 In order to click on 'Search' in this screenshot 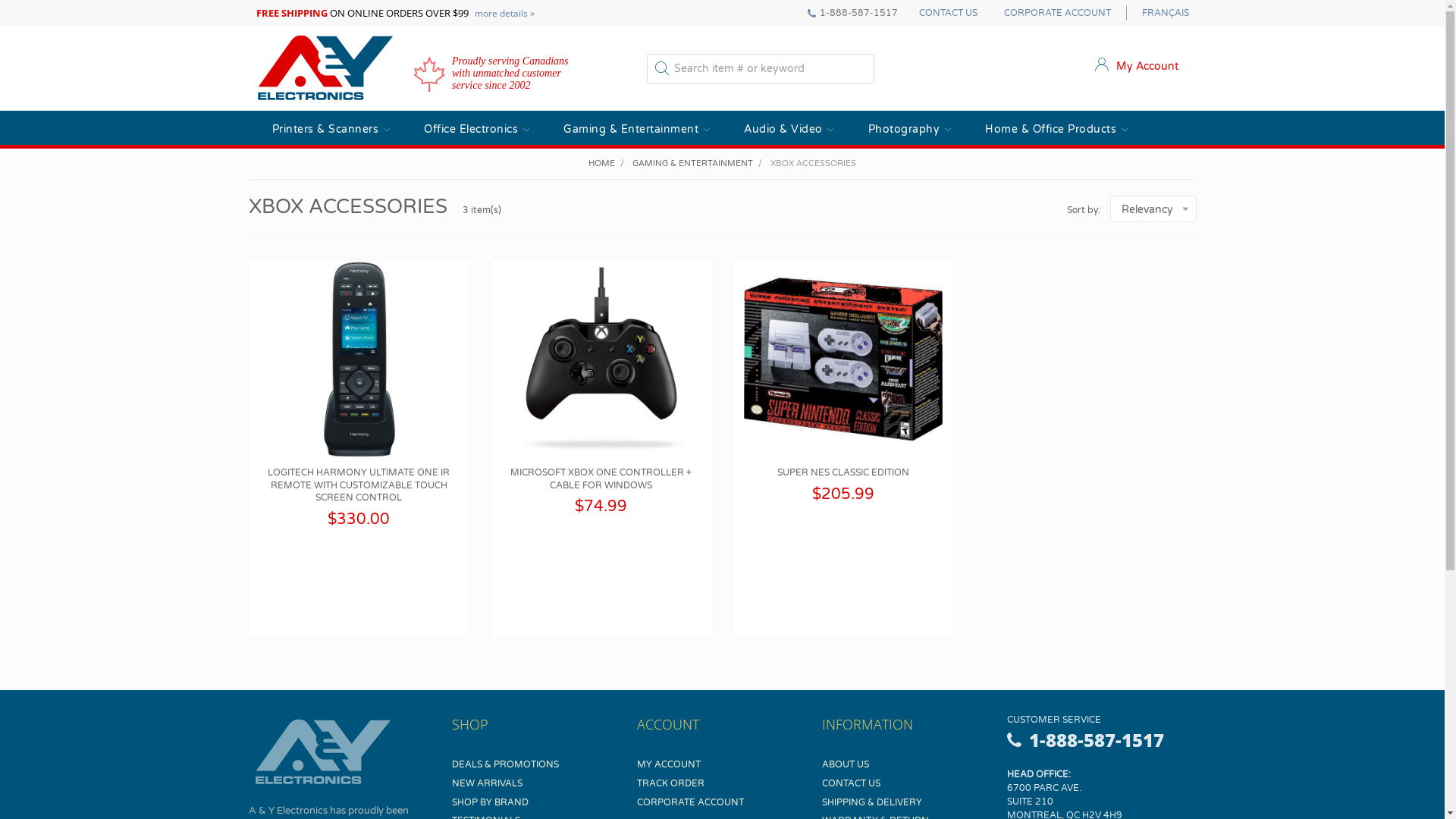, I will do `click(661, 70)`.